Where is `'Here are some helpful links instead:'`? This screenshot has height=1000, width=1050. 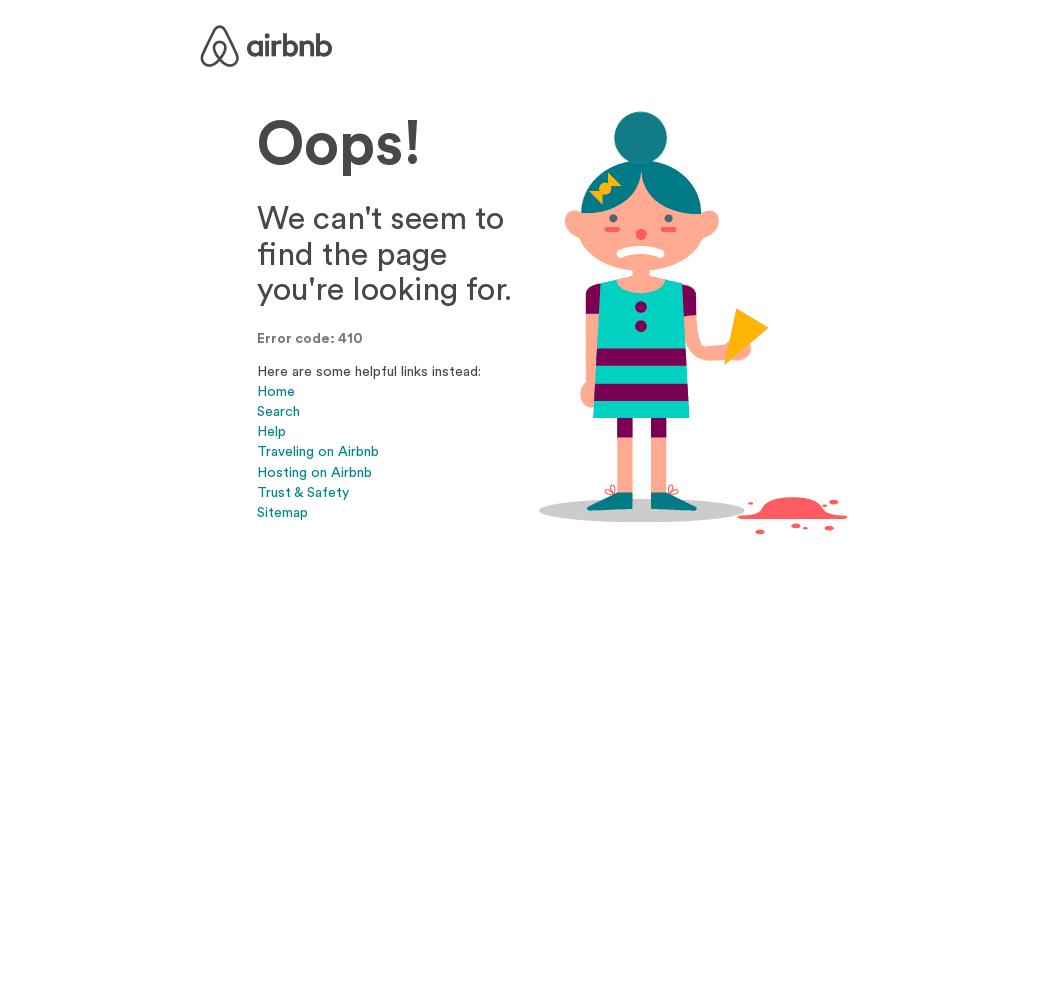
'Here are some helpful links instead:' is located at coordinates (367, 370).